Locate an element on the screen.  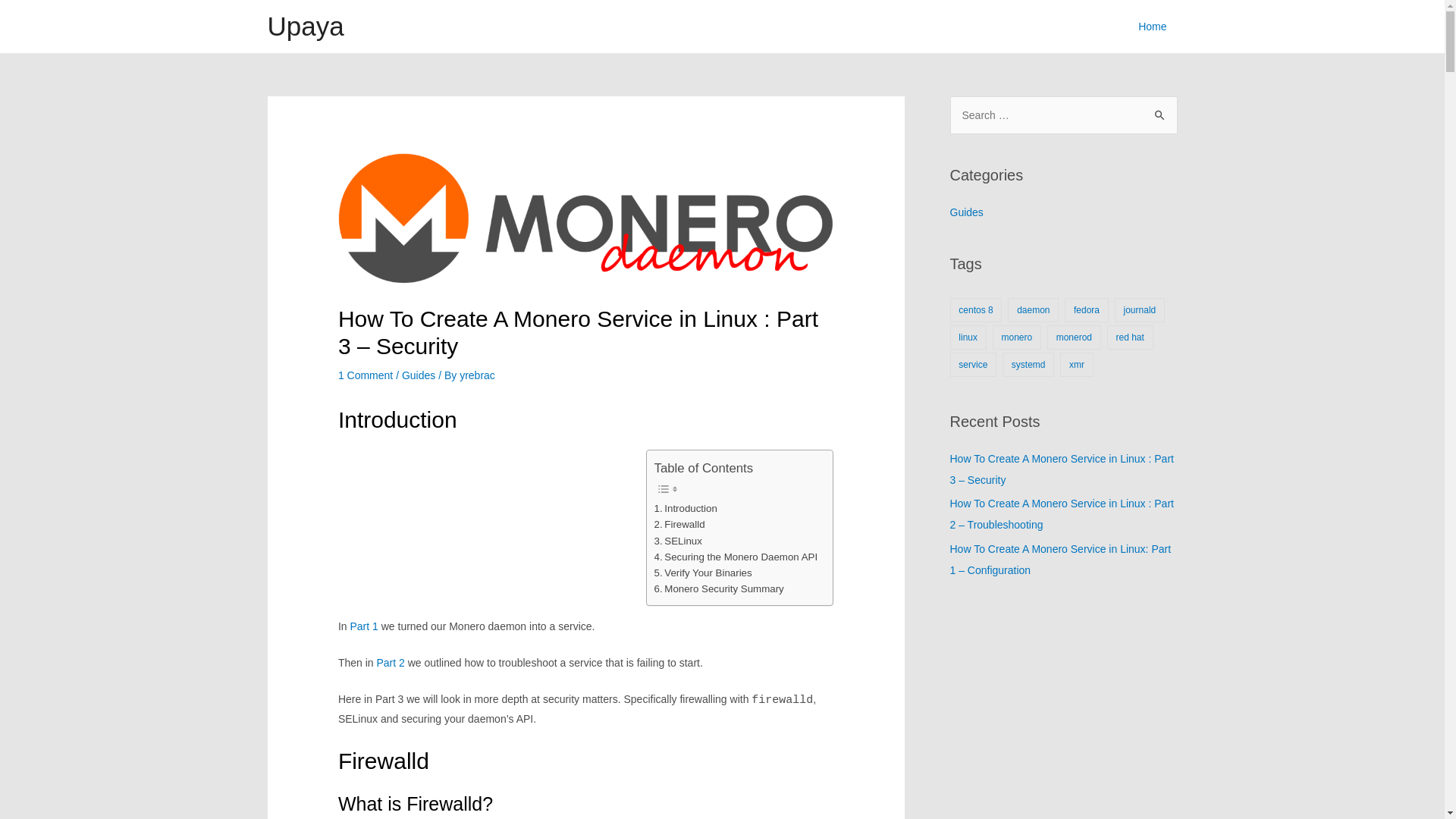
'centos 8' is located at coordinates (975, 309).